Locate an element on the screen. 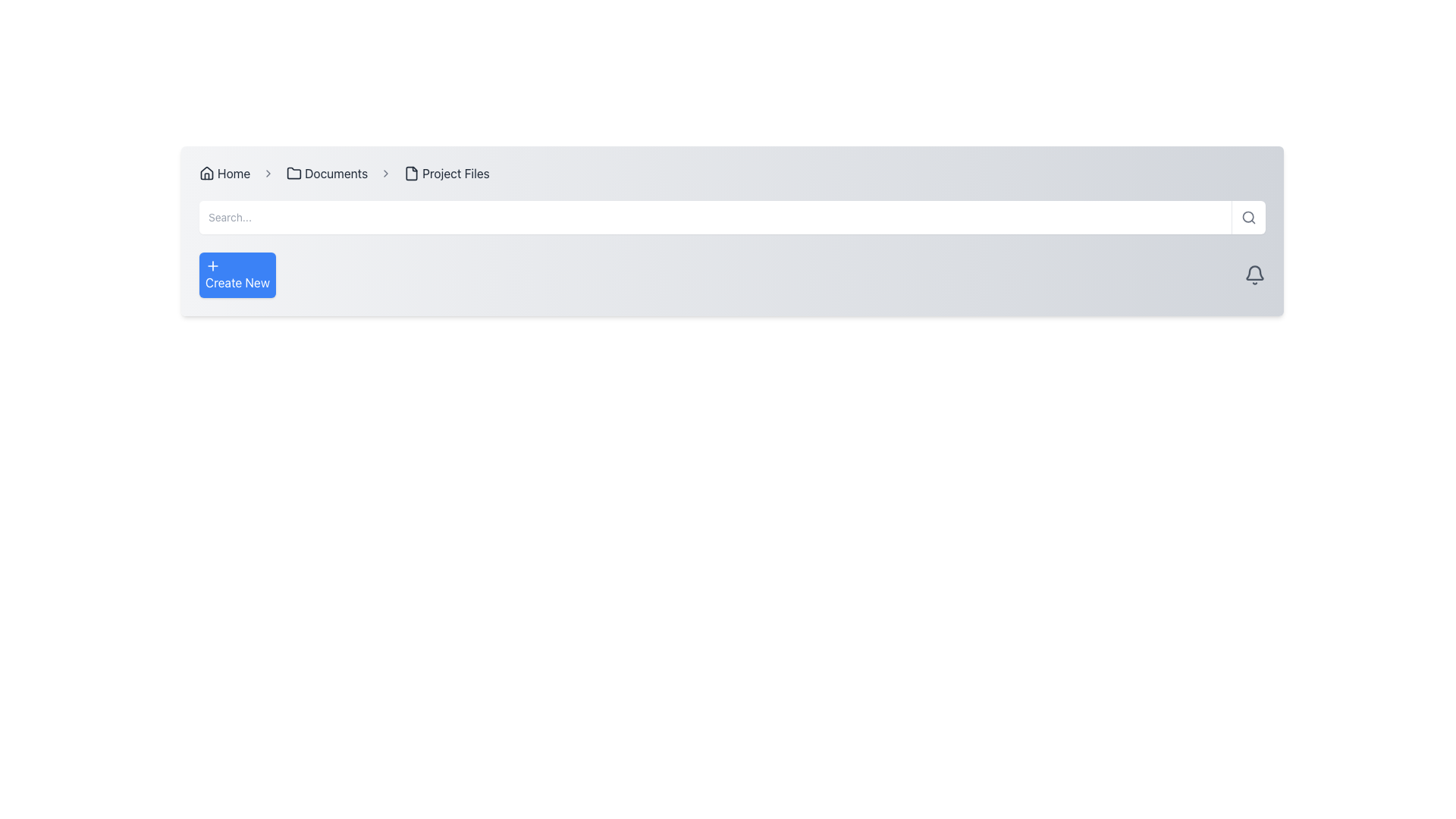 Image resolution: width=1456 pixels, height=819 pixels. the first chevron icon in the breadcrumb navigation that separates 'Home' and 'Documents' is located at coordinates (268, 172).